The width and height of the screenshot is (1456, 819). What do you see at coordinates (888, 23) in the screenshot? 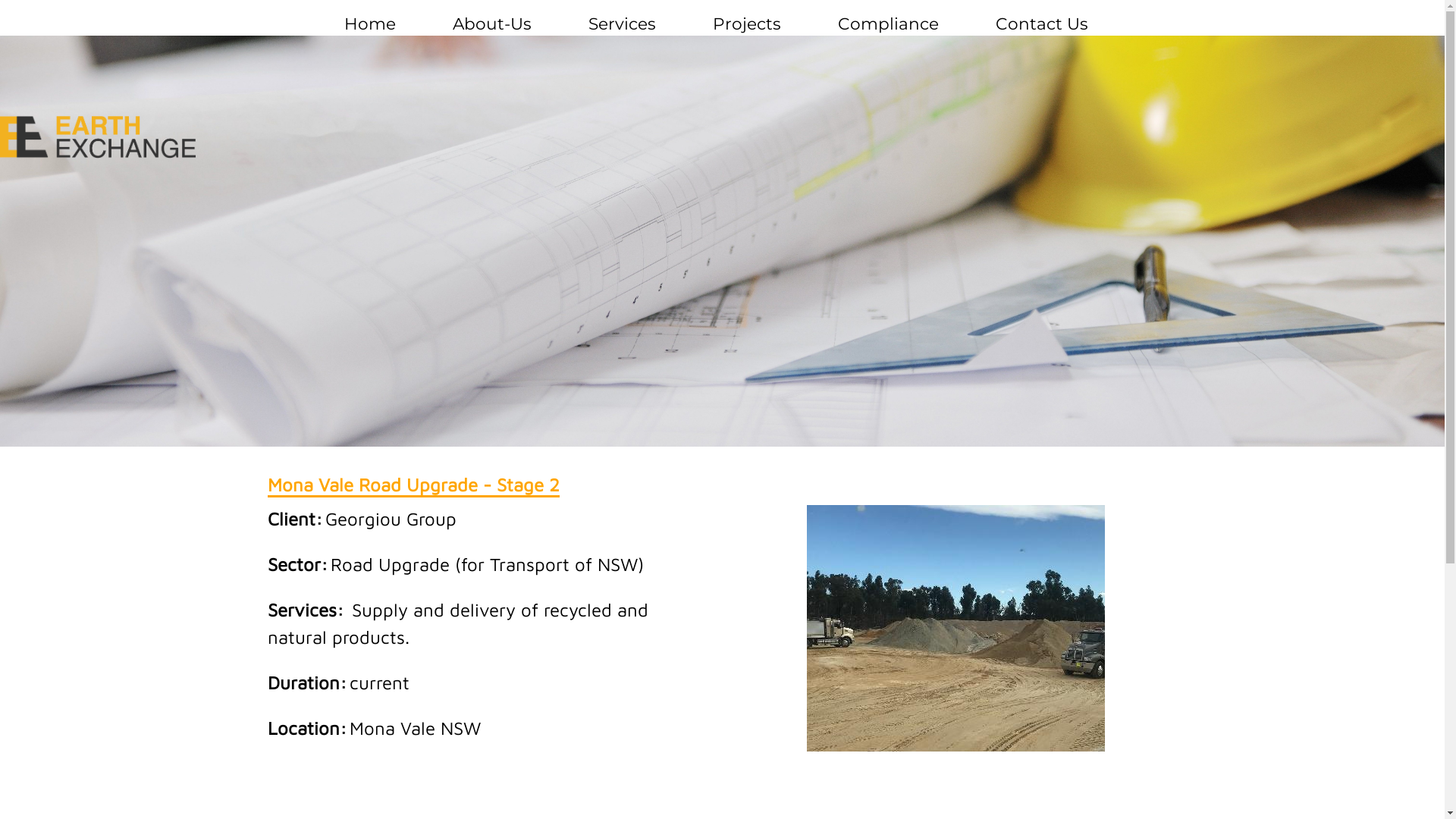
I see `'Compliance'` at bounding box center [888, 23].